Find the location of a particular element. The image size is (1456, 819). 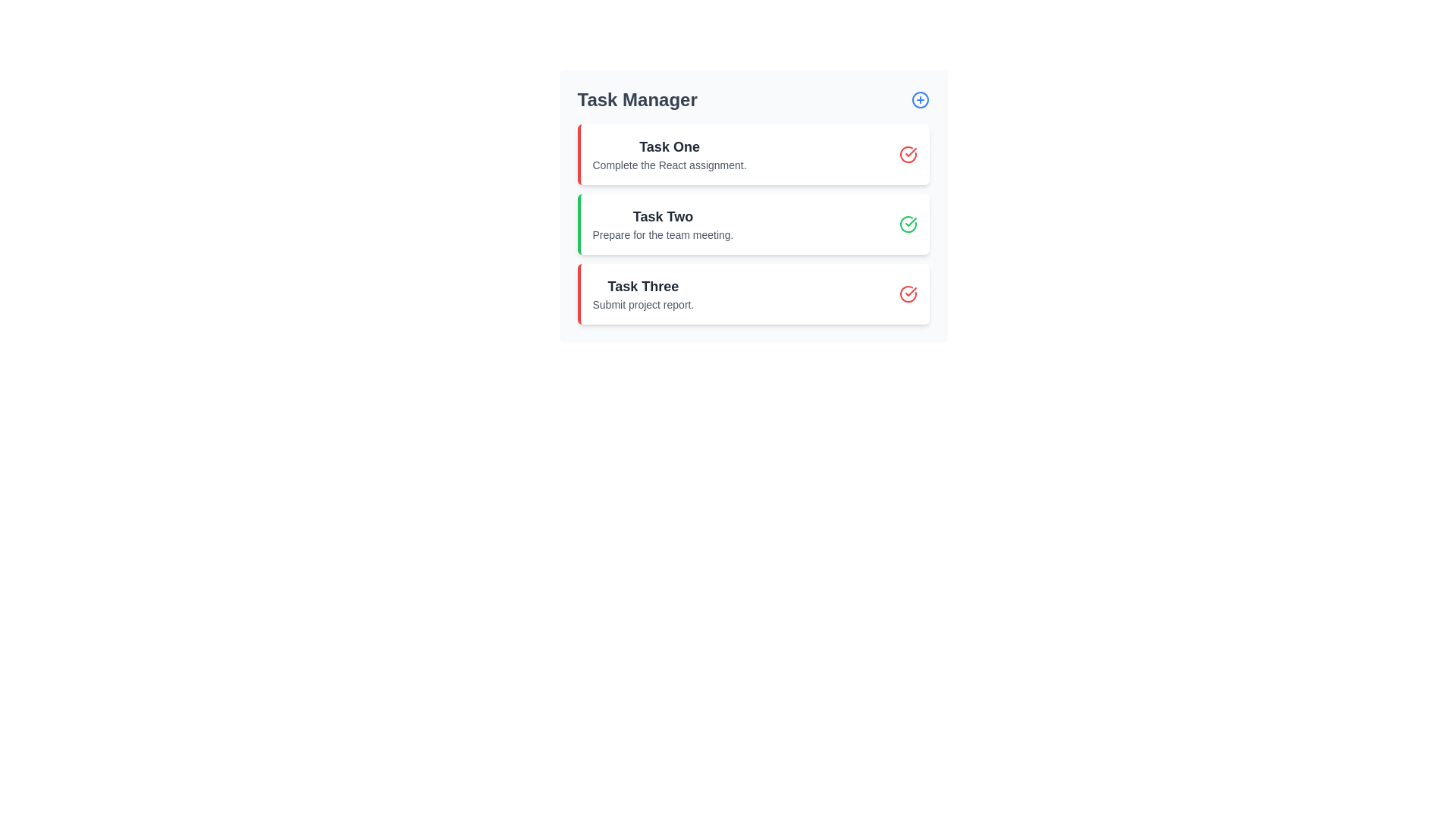

the task item labeled 'Task Two' is located at coordinates (755, 224).